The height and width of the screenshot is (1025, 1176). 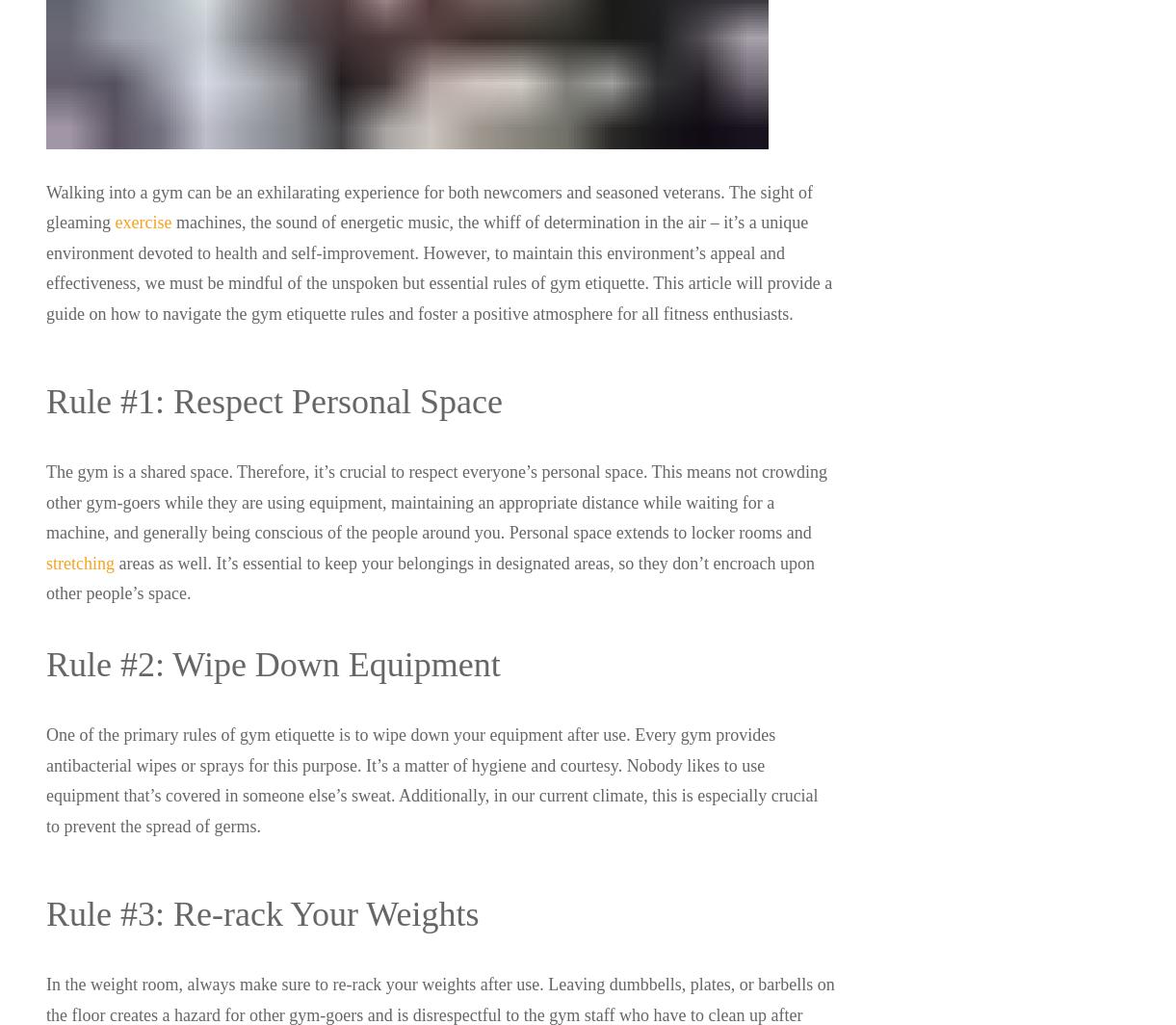 What do you see at coordinates (672, 717) in the screenshot?
I see `'Contact'` at bounding box center [672, 717].